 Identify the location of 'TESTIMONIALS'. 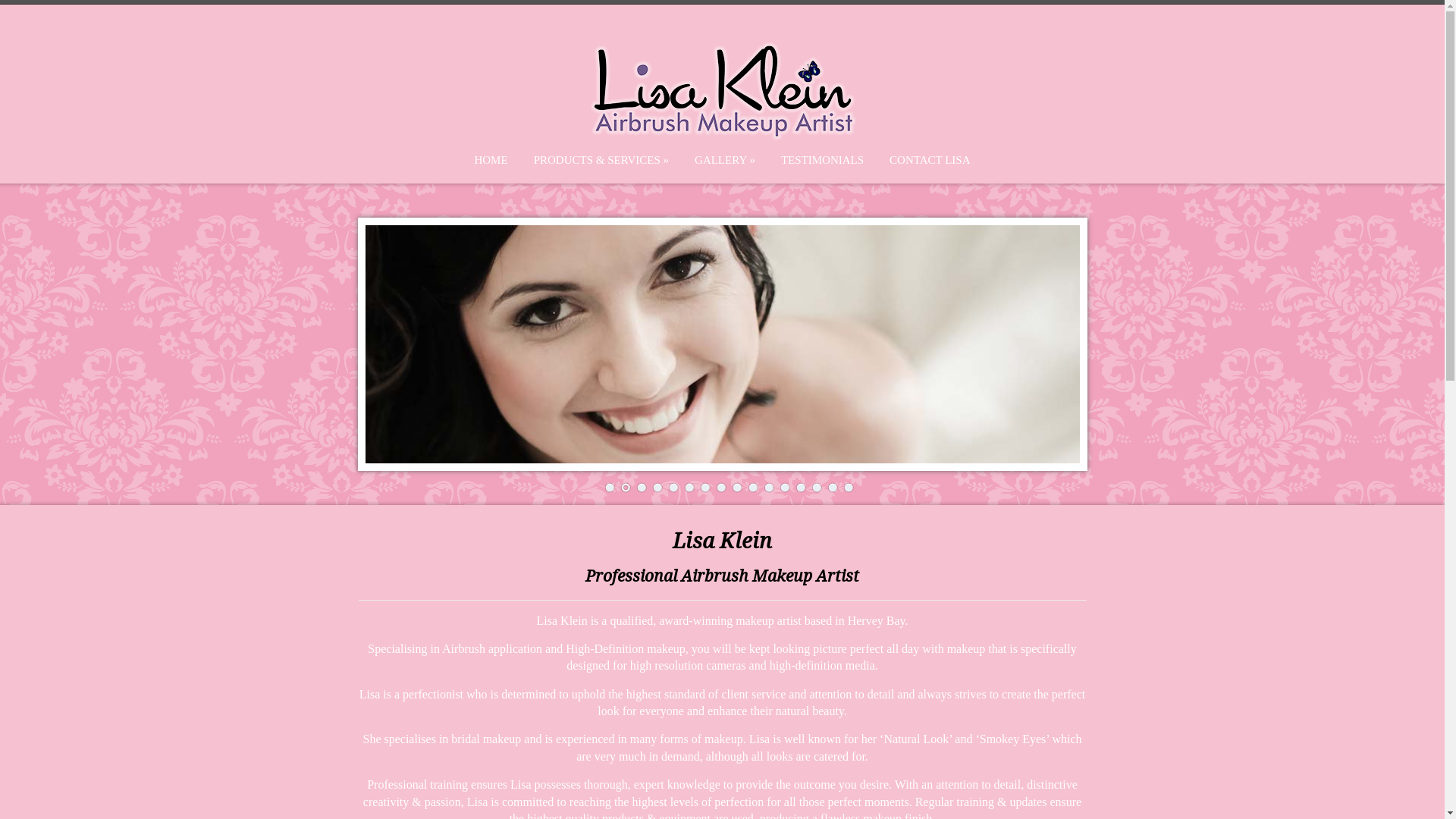
(821, 160).